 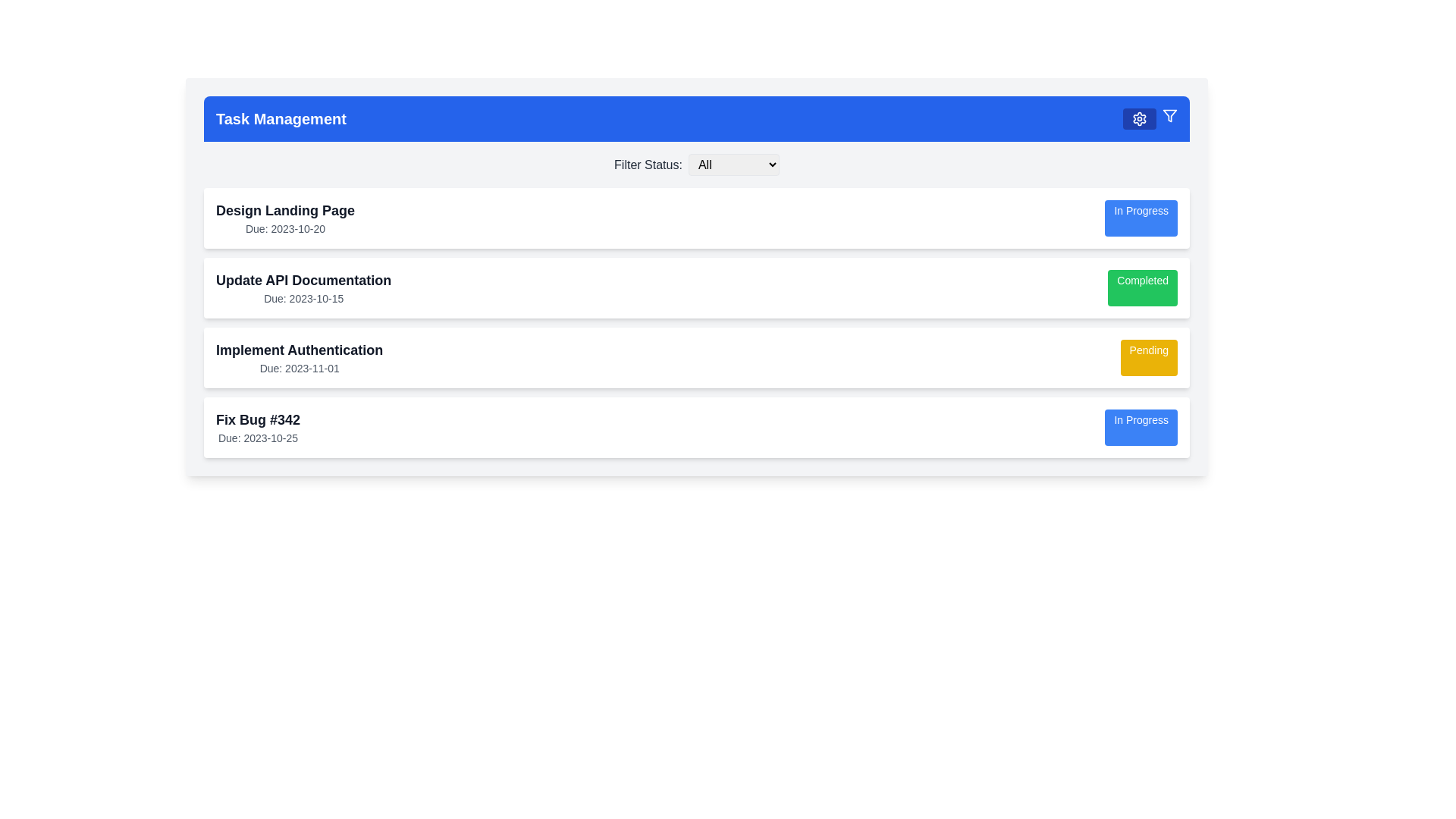 What do you see at coordinates (303, 298) in the screenshot?
I see `due date displayed on the text label that shows 'Due: 2023-10-15', which is located beneath the title 'Update API Documentation' in the second task card` at bounding box center [303, 298].